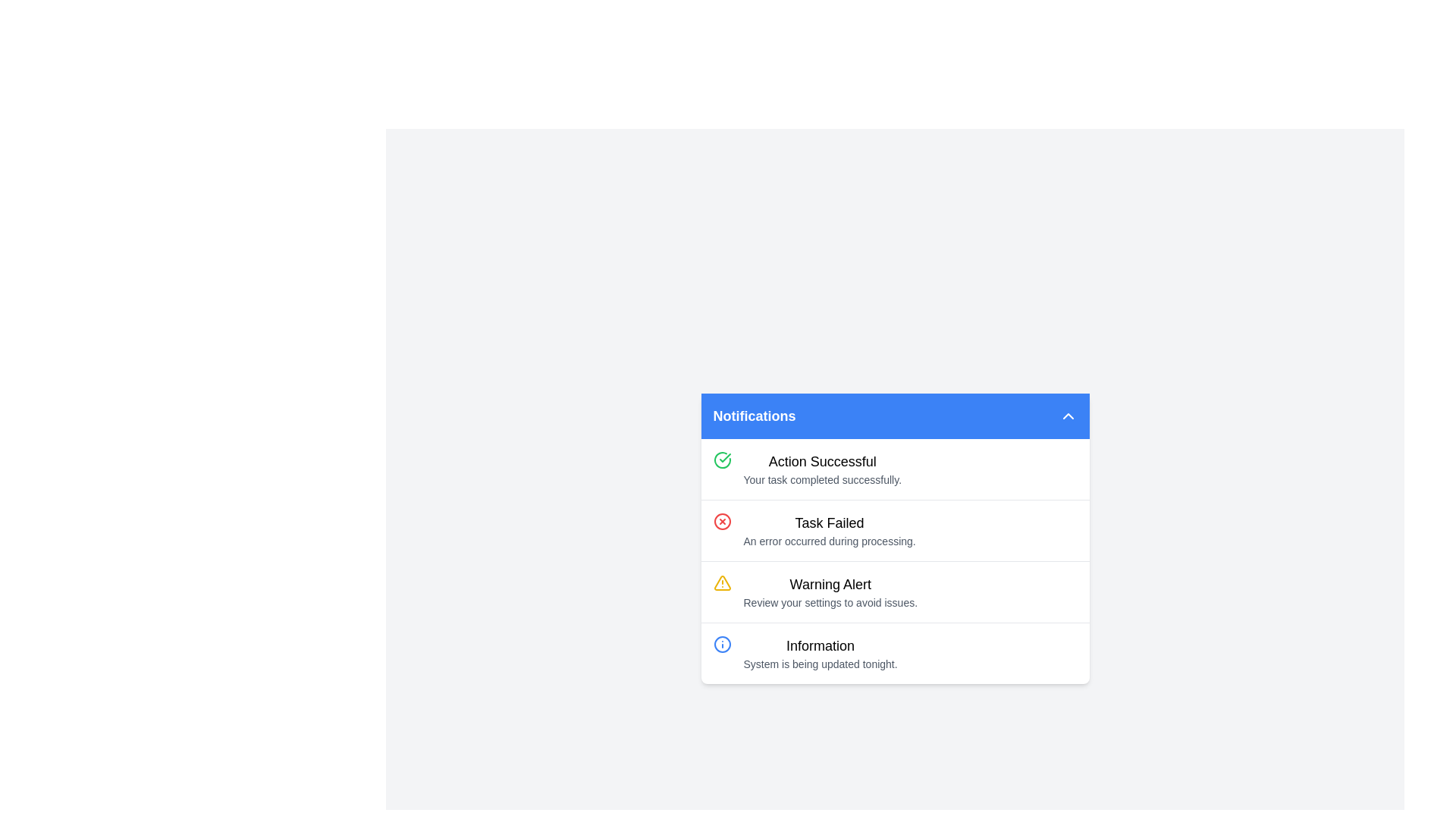  I want to click on the third notification message in the vertical list that warns about settings requiring attention to note the information, so click(830, 591).